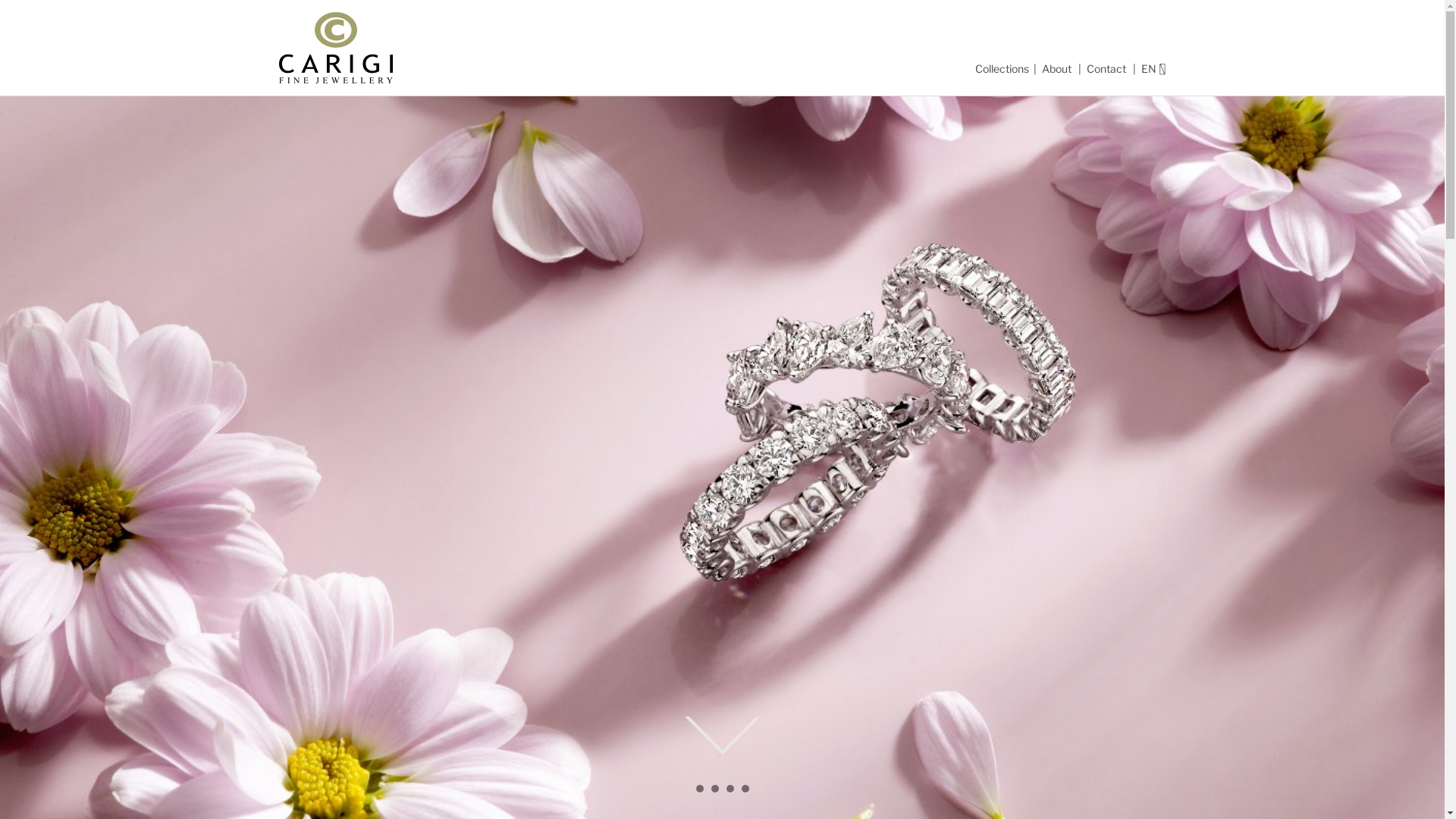  Describe the element at coordinates (1040, 68) in the screenshot. I see `'About'` at that location.